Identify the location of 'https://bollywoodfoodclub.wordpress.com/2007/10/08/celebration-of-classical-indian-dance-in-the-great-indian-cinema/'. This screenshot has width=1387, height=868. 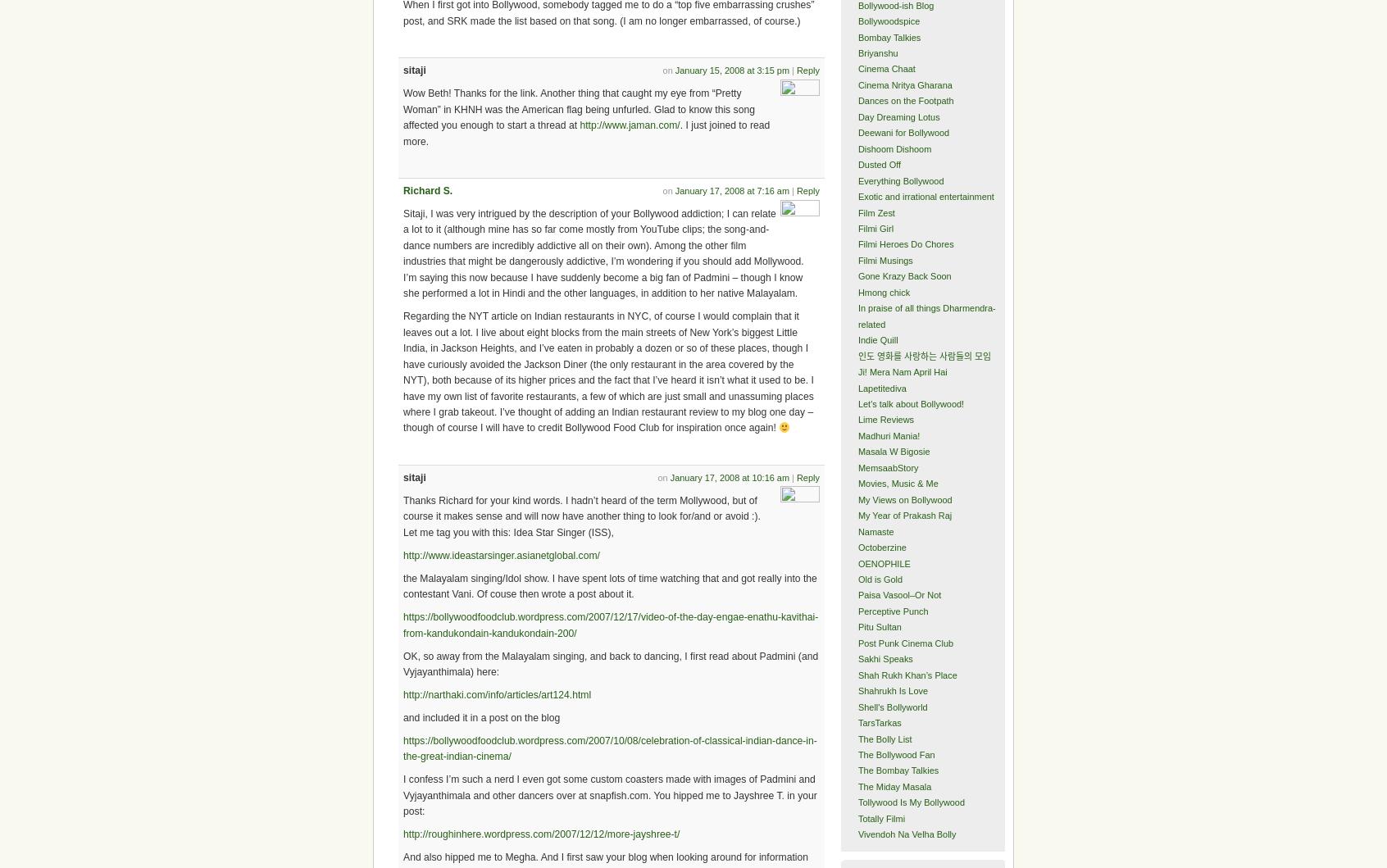
(608, 748).